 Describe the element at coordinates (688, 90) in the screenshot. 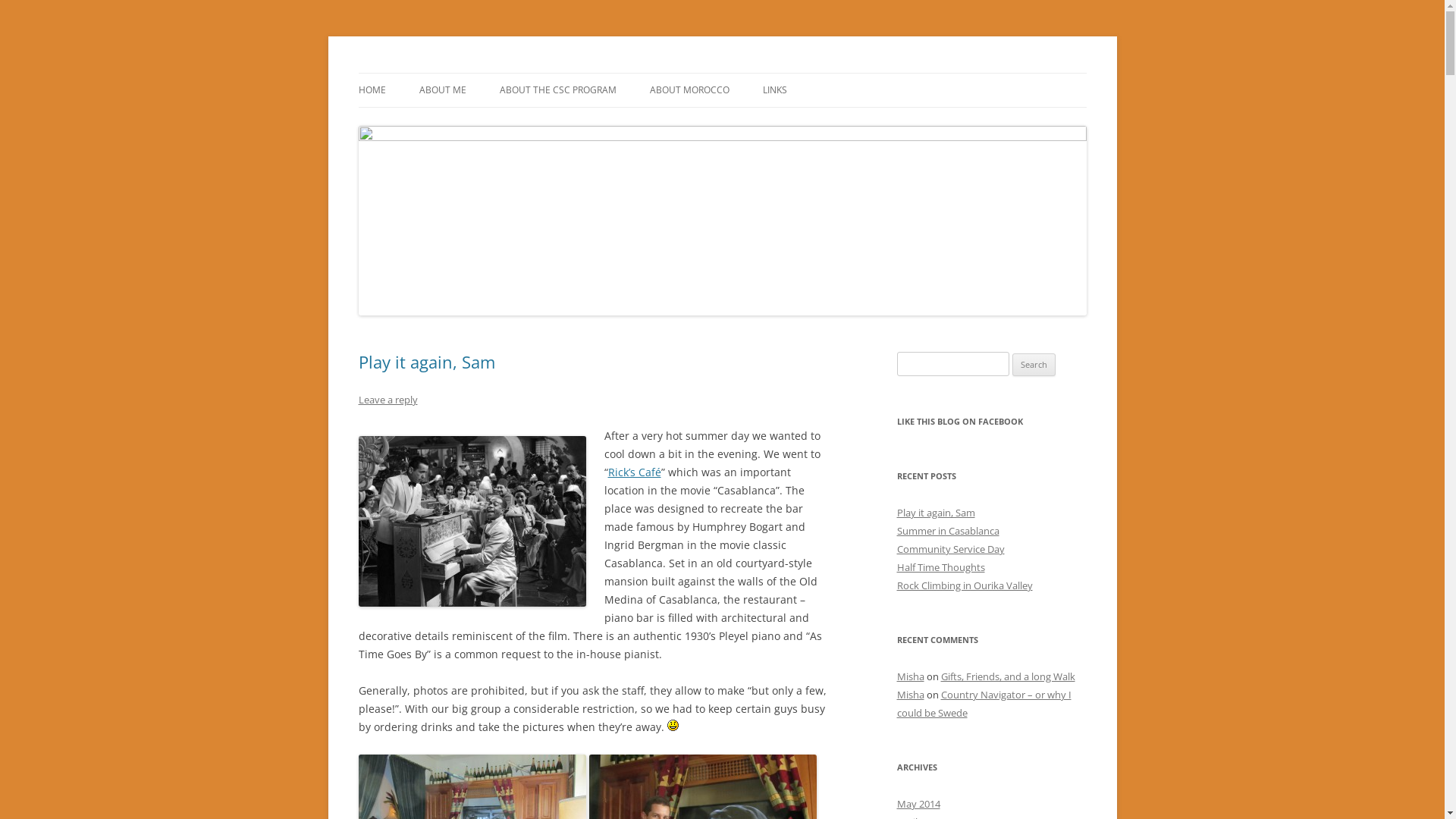

I see `'ABOUT MOROCCO'` at that location.